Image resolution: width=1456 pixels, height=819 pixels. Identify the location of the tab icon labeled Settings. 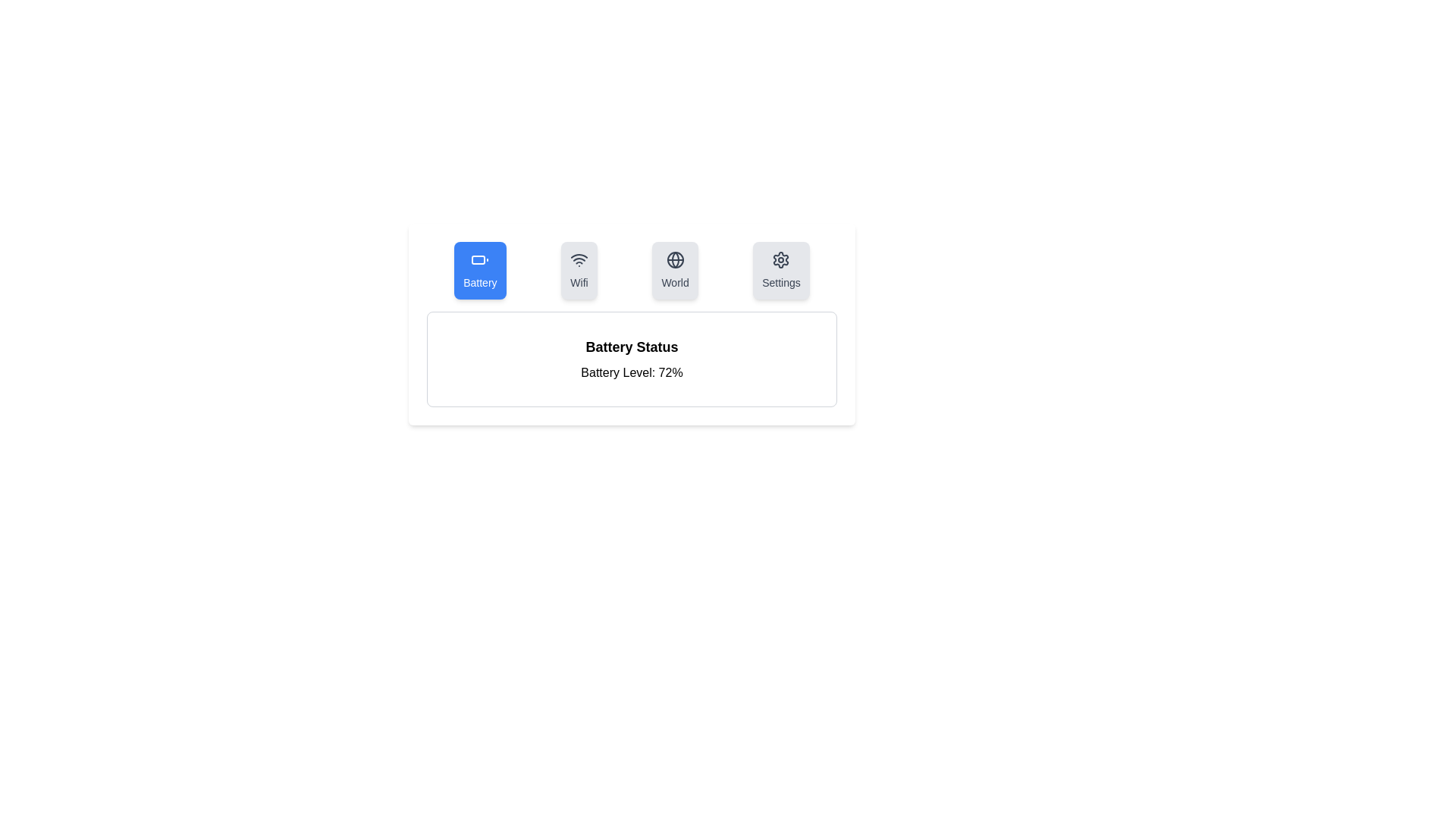
(781, 270).